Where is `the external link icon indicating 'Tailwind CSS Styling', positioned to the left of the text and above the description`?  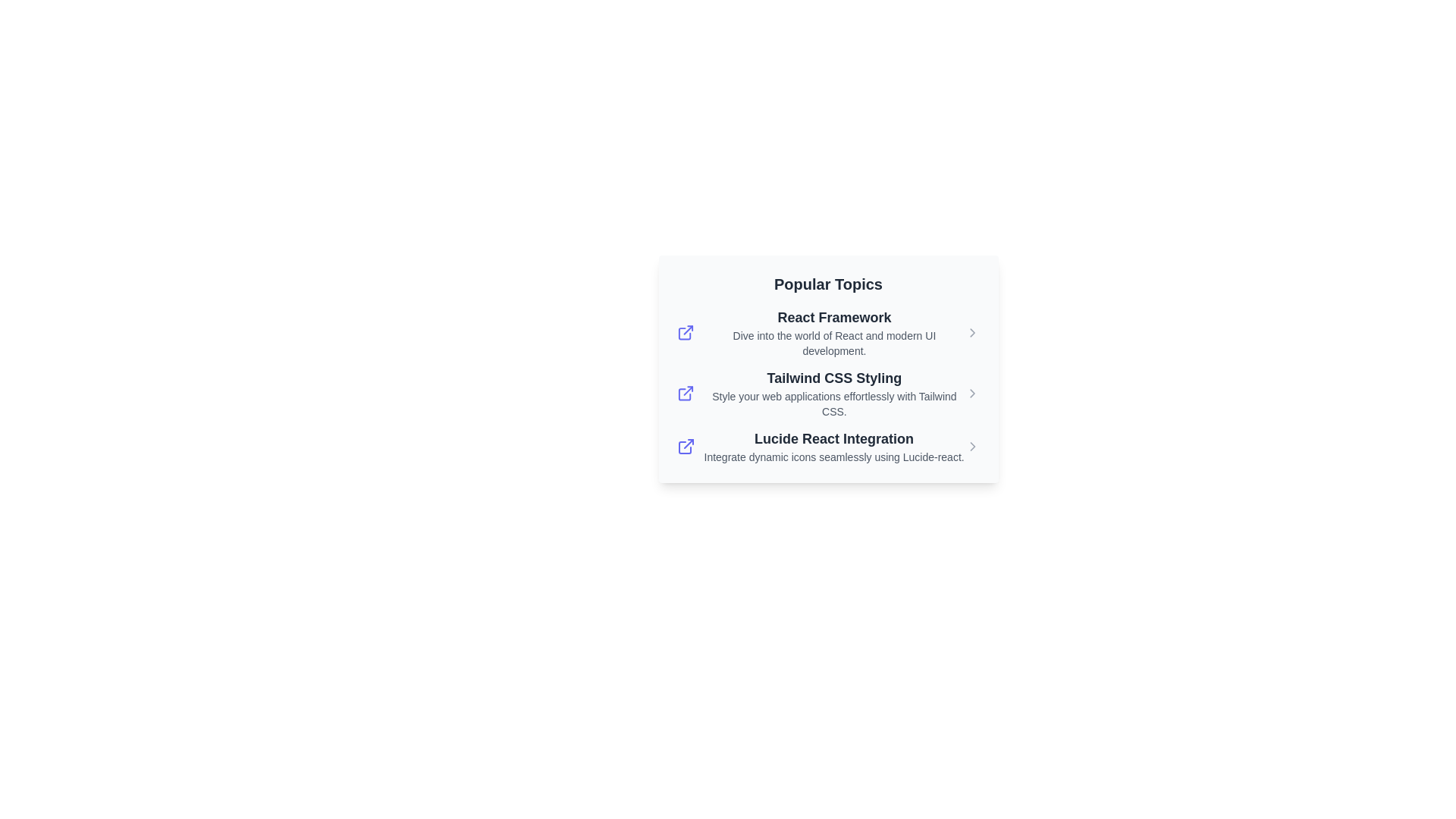 the external link icon indicating 'Tailwind CSS Styling', positioned to the left of the text and above the description is located at coordinates (685, 393).